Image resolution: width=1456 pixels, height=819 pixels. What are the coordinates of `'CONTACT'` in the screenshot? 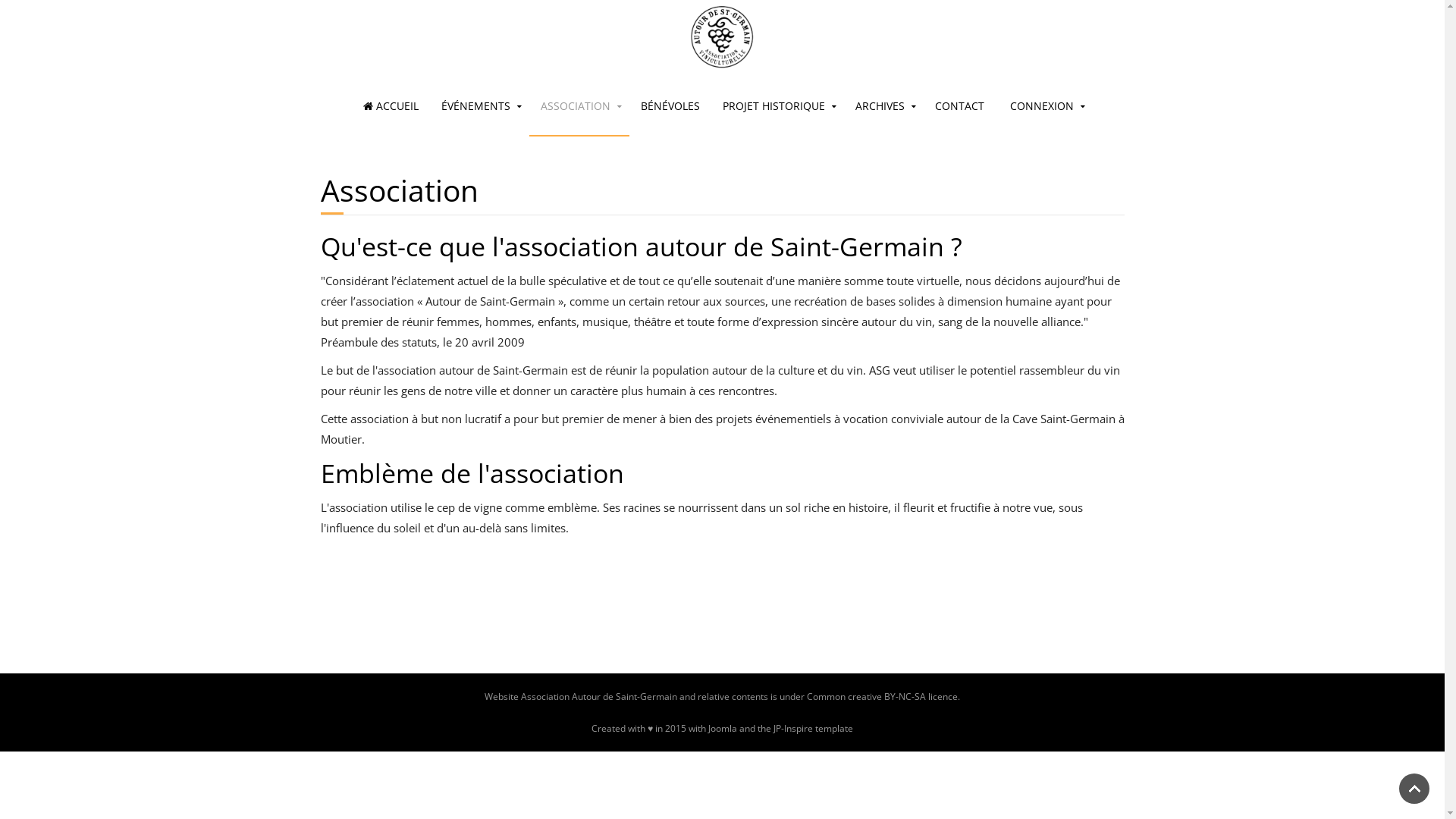 It's located at (959, 105).